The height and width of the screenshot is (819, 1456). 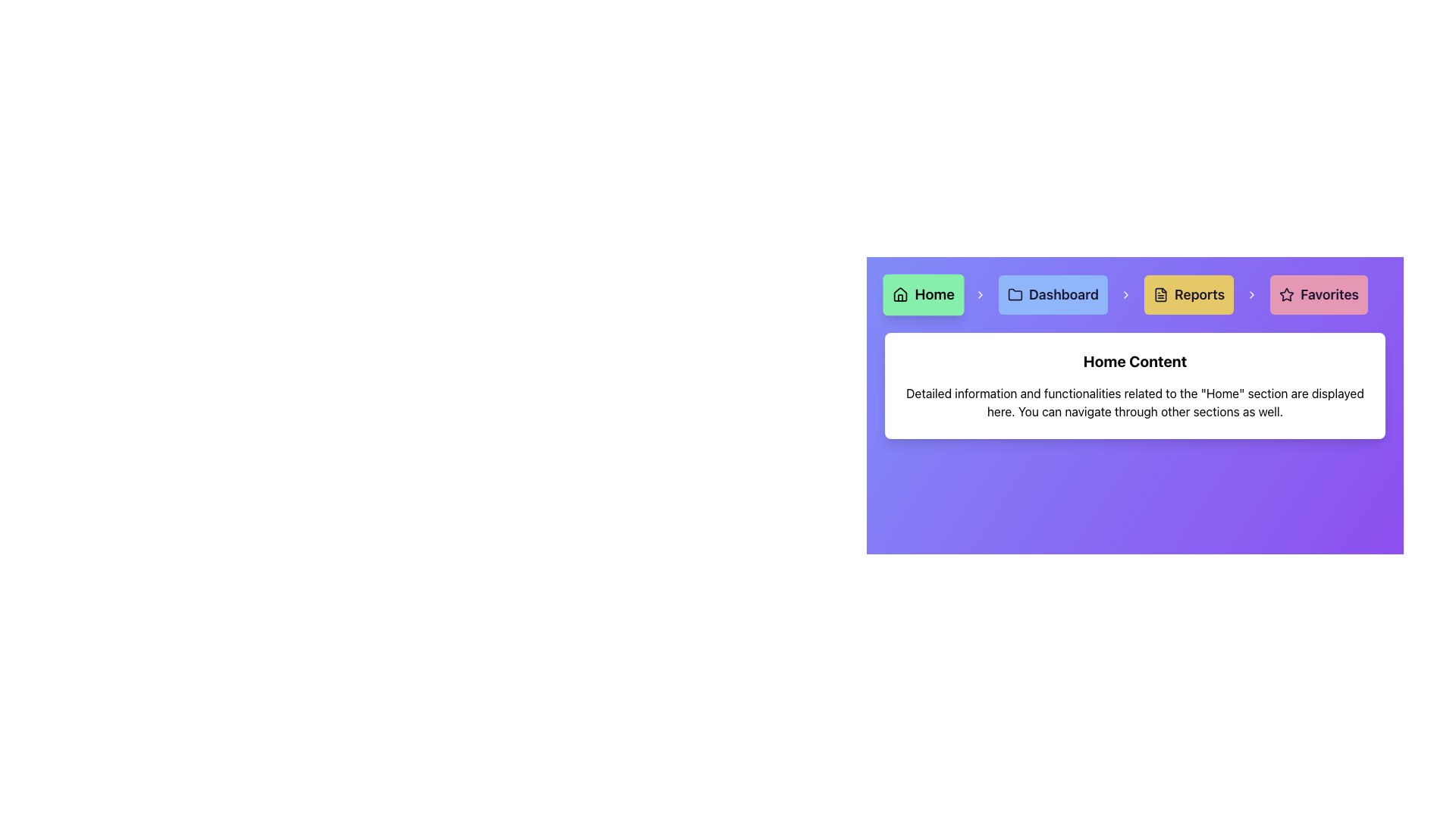 What do you see at coordinates (1160, 295) in the screenshot?
I see `the SVG-based document icon located within the 'Reports' button, which is yellow and rounded, positioned to the left of the text 'Reports'` at bounding box center [1160, 295].